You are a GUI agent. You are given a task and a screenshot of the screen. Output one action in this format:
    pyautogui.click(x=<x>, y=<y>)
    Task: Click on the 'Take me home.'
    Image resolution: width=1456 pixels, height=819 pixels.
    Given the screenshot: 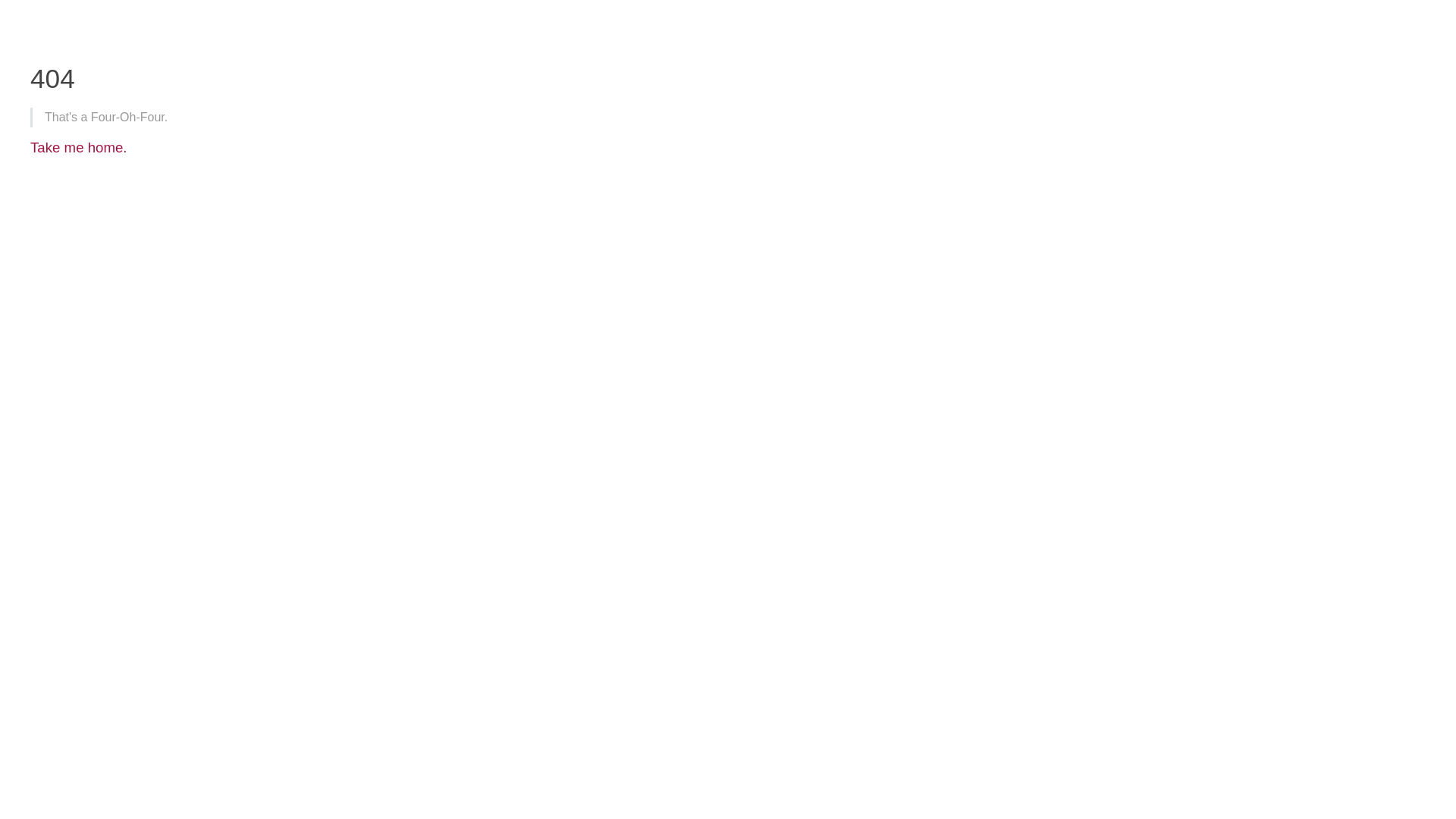 What is the action you would take?
    pyautogui.click(x=78, y=147)
    